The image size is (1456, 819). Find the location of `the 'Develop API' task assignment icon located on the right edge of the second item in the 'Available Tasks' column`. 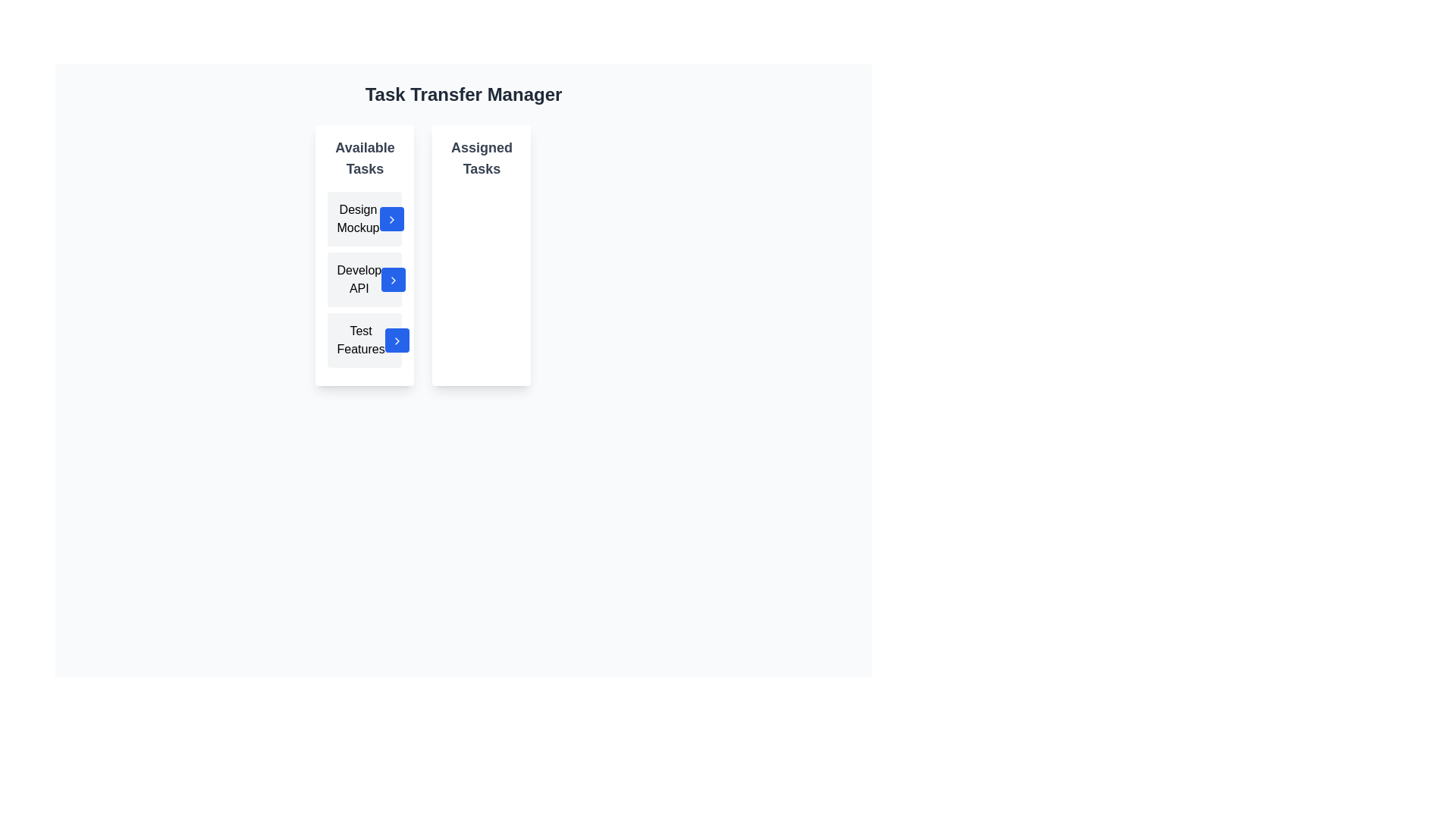

the 'Develop API' task assignment icon located on the right edge of the second item in the 'Available Tasks' column is located at coordinates (394, 280).